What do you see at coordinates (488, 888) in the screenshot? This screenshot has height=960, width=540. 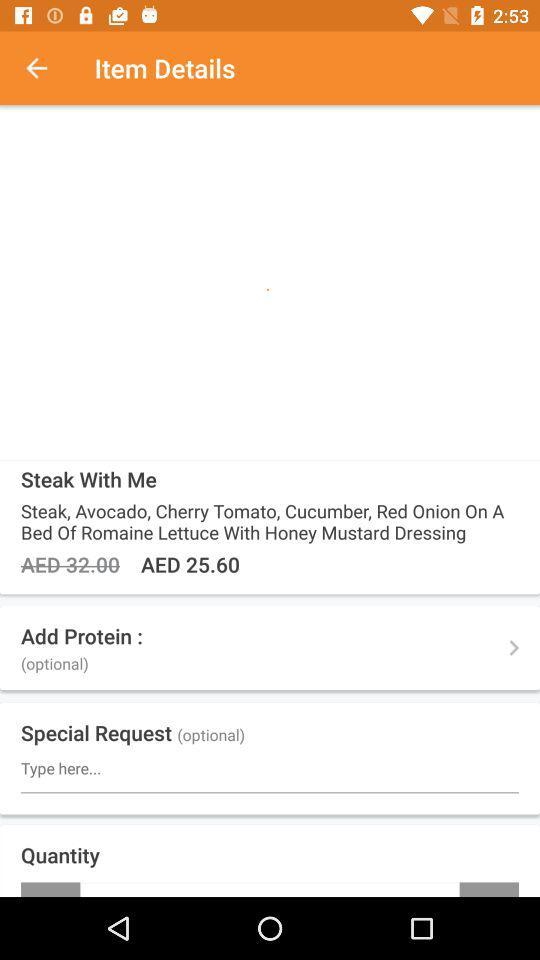 I see `the + icon` at bounding box center [488, 888].